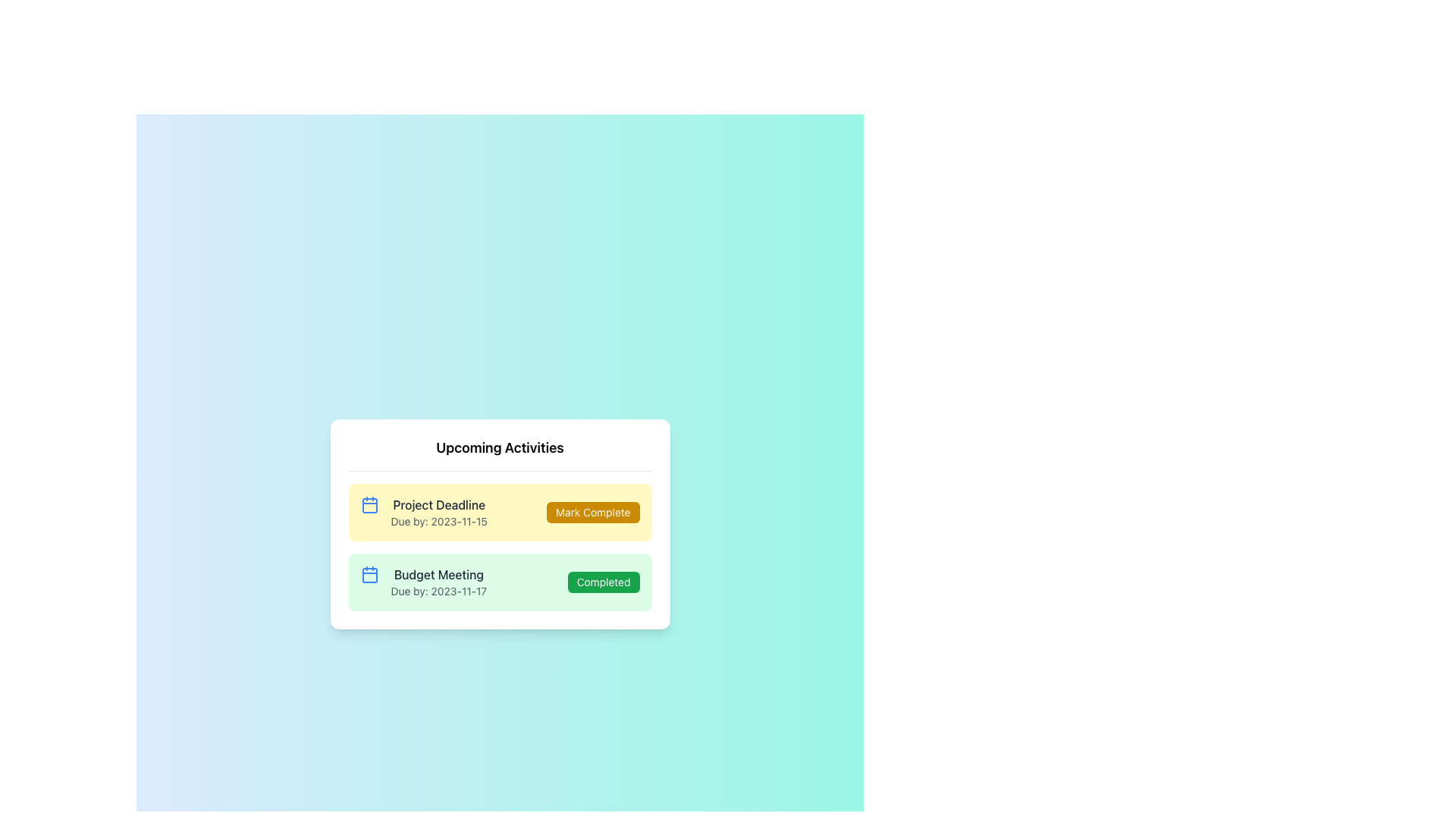  What do you see at coordinates (438, 520) in the screenshot?
I see `the text label displaying 'Due by: 2023-11-15', which is located below the 'Project Deadline' heading in a yellow-highlighted section, to the left of the 'Mark Complete' button` at bounding box center [438, 520].